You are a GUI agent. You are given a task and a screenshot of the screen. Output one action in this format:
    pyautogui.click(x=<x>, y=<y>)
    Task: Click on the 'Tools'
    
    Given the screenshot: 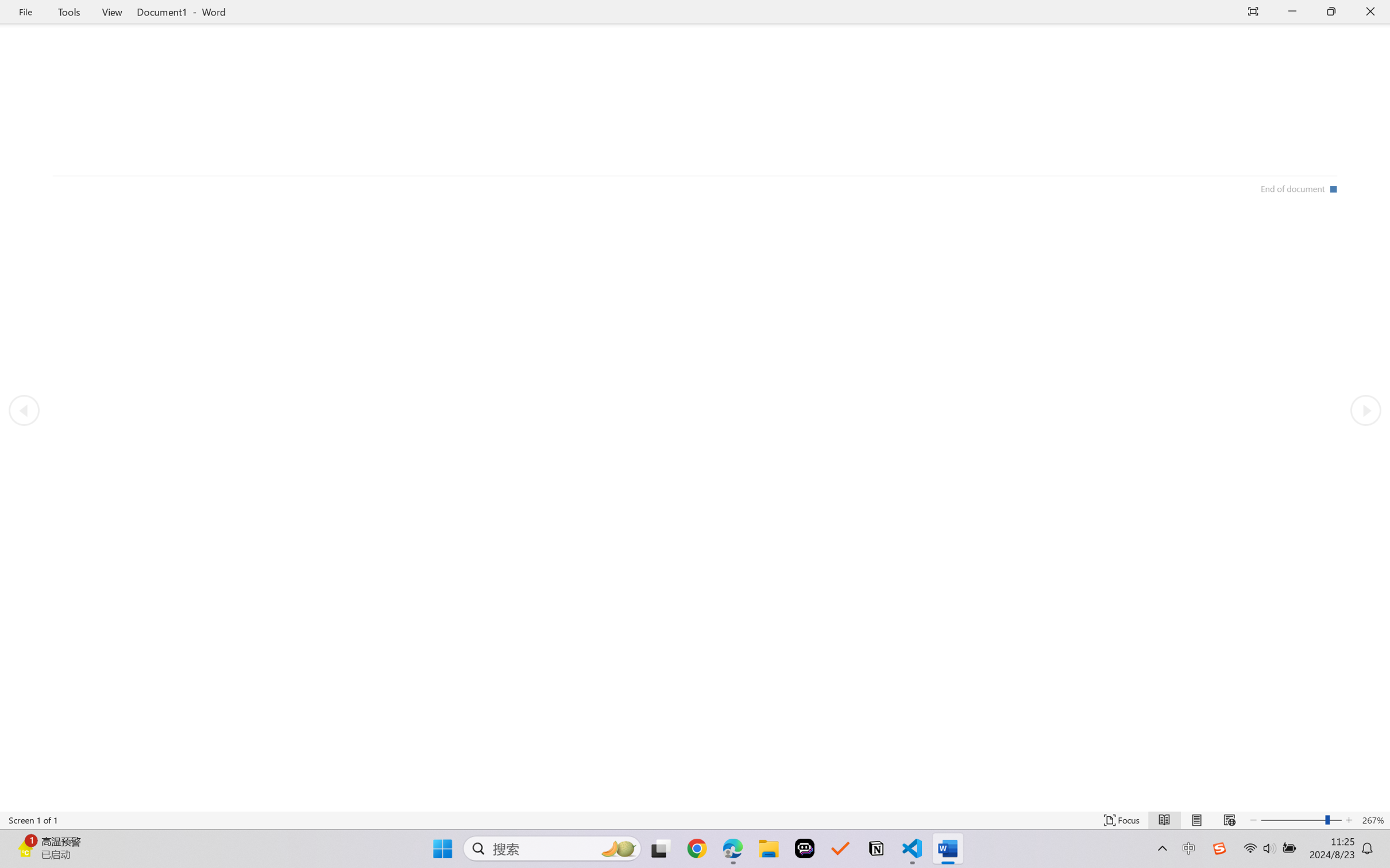 What is the action you would take?
    pyautogui.click(x=69, y=11)
    